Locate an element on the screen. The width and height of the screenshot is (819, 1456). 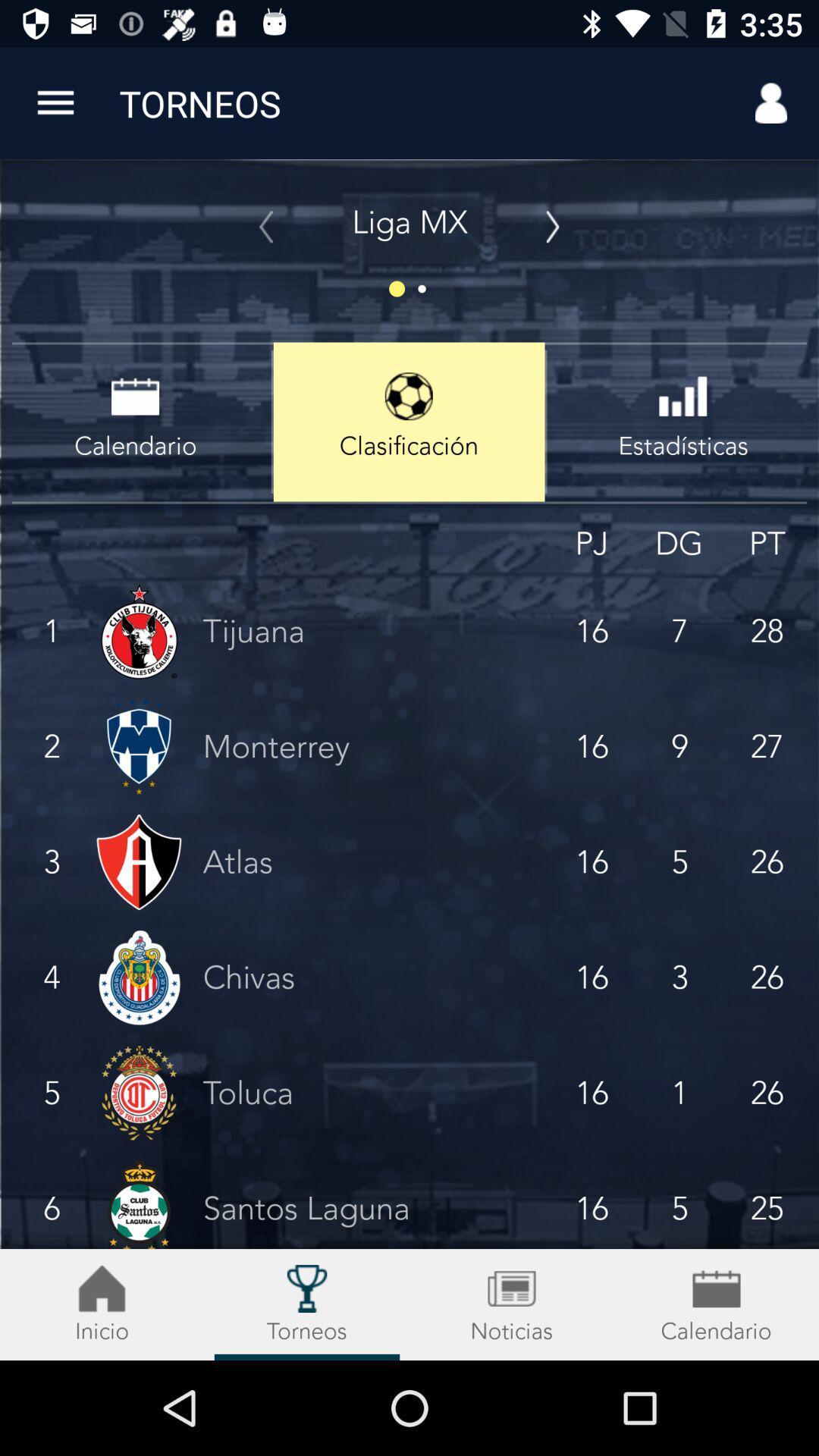
the date_range icon is located at coordinates (512, 1304).